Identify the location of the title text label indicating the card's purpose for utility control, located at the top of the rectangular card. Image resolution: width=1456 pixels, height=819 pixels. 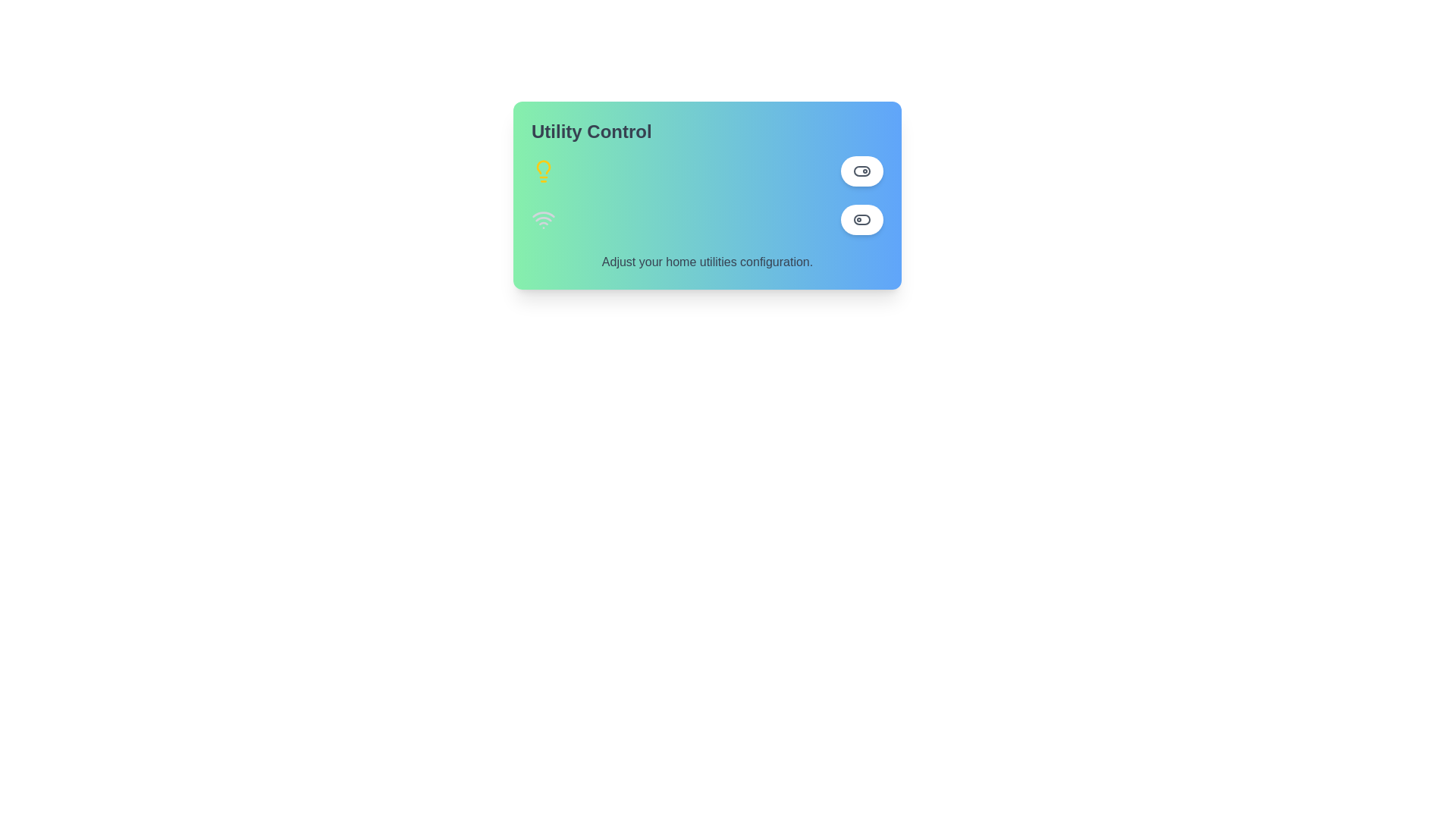
(591, 130).